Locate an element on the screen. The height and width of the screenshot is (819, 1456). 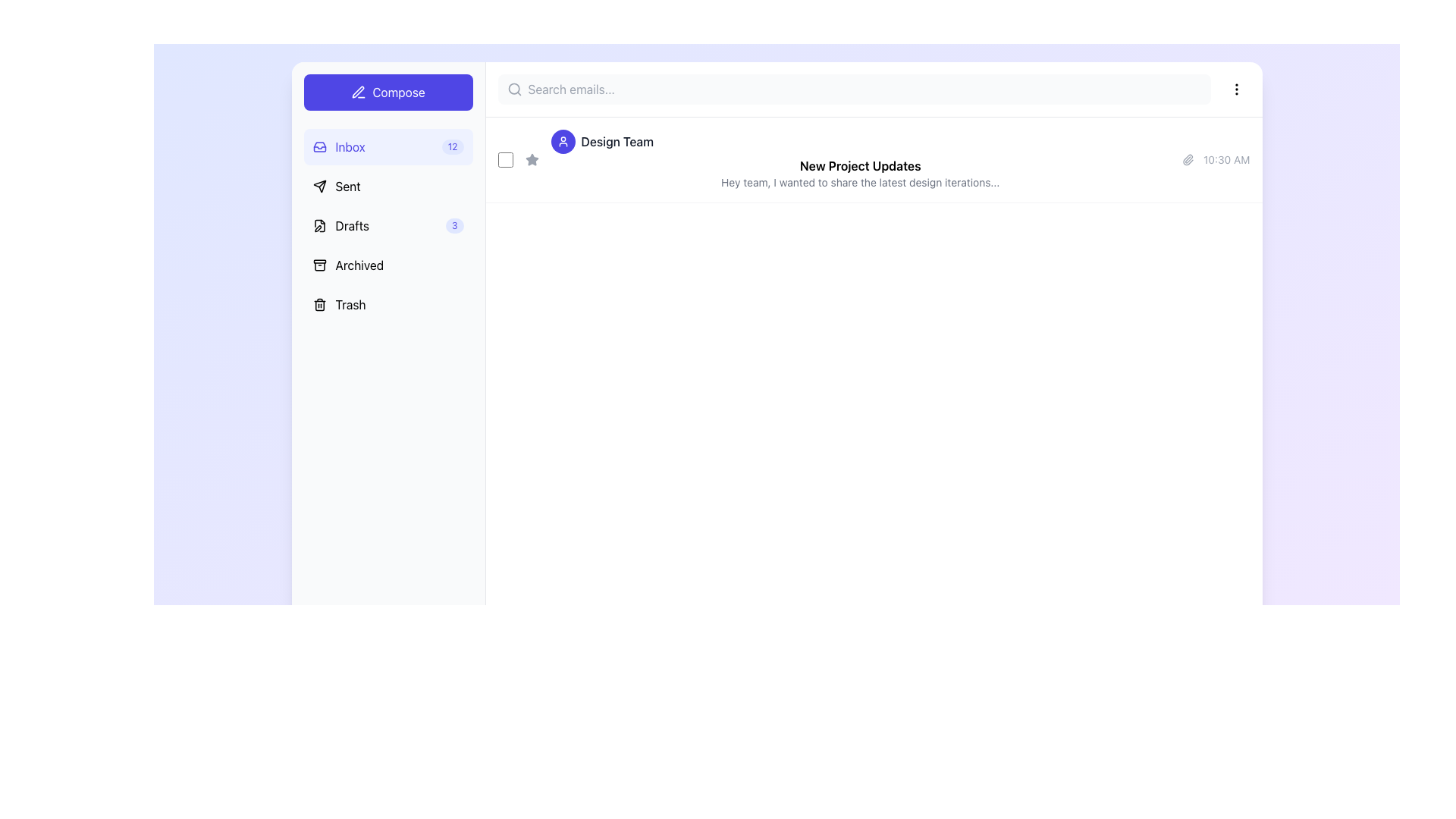
the 'Drafts' menu item icon located in the sidebar, which is the third item below 'Inbox' and 'Sent' is located at coordinates (318, 225).